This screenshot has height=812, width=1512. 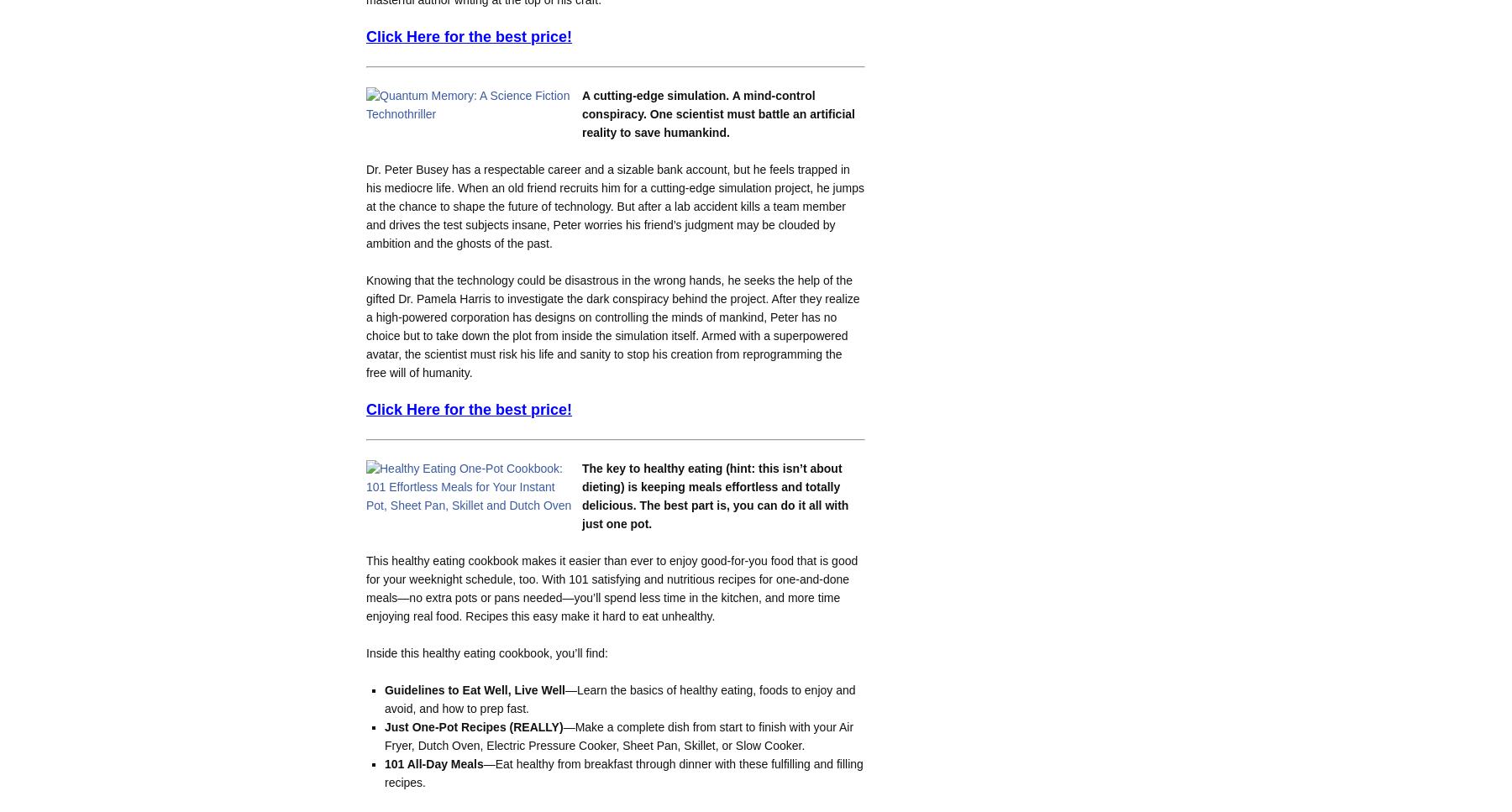 I want to click on 'Just One-Pot Recipes (REALLY)', so click(x=472, y=725).